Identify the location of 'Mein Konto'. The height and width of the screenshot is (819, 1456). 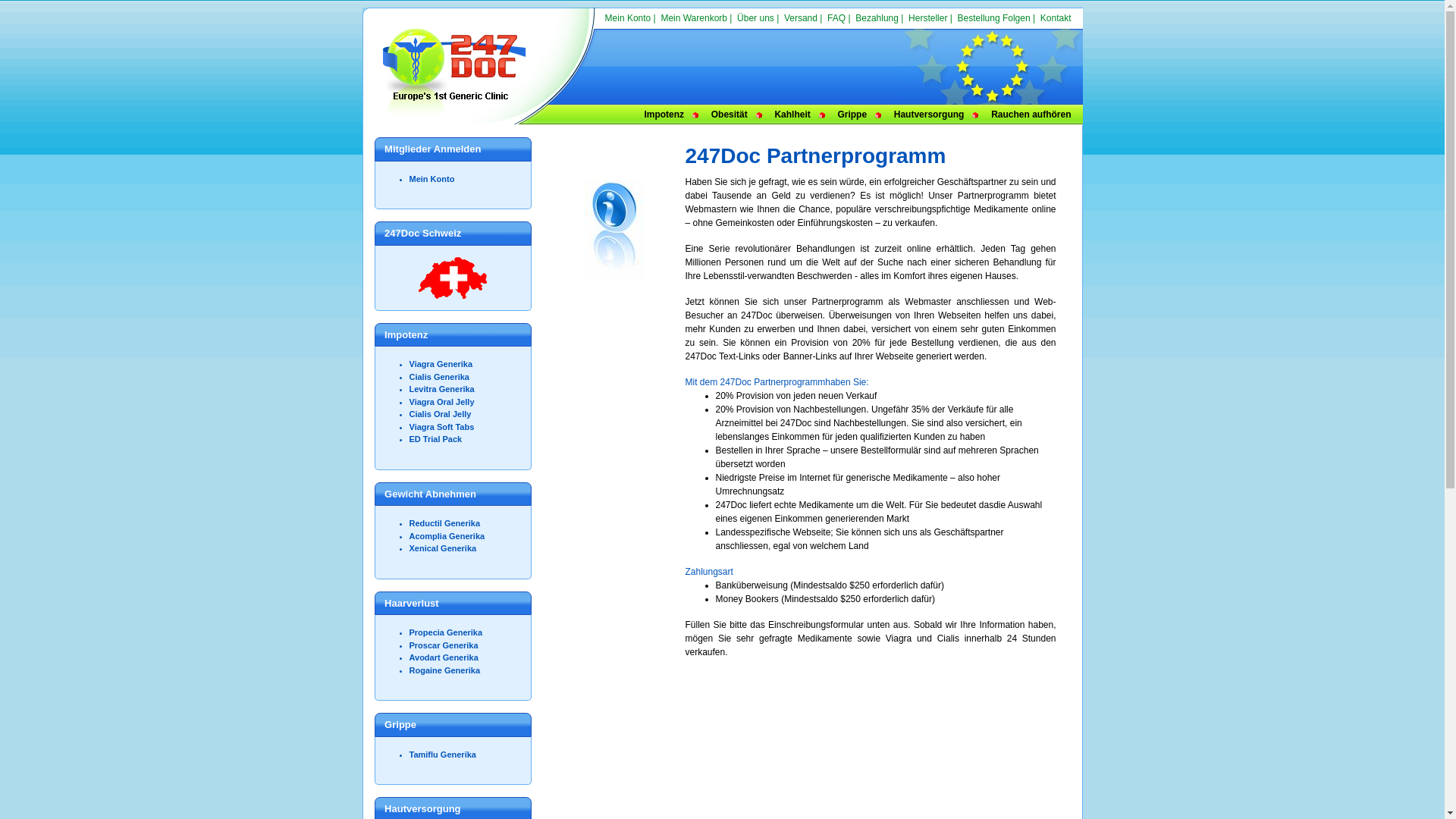
(431, 177).